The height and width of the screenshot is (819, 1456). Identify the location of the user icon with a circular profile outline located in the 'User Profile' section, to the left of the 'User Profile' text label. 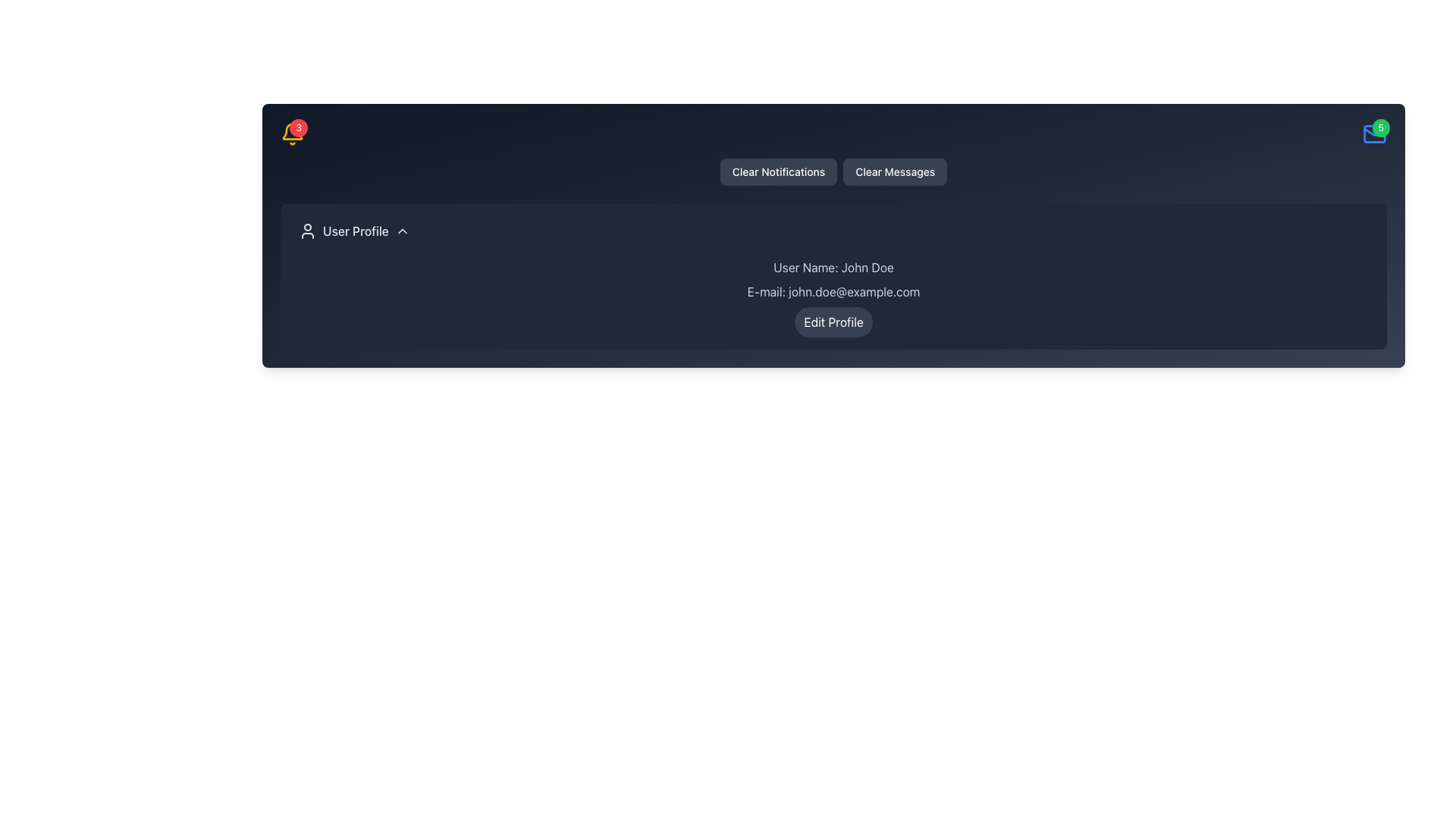
(307, 231).